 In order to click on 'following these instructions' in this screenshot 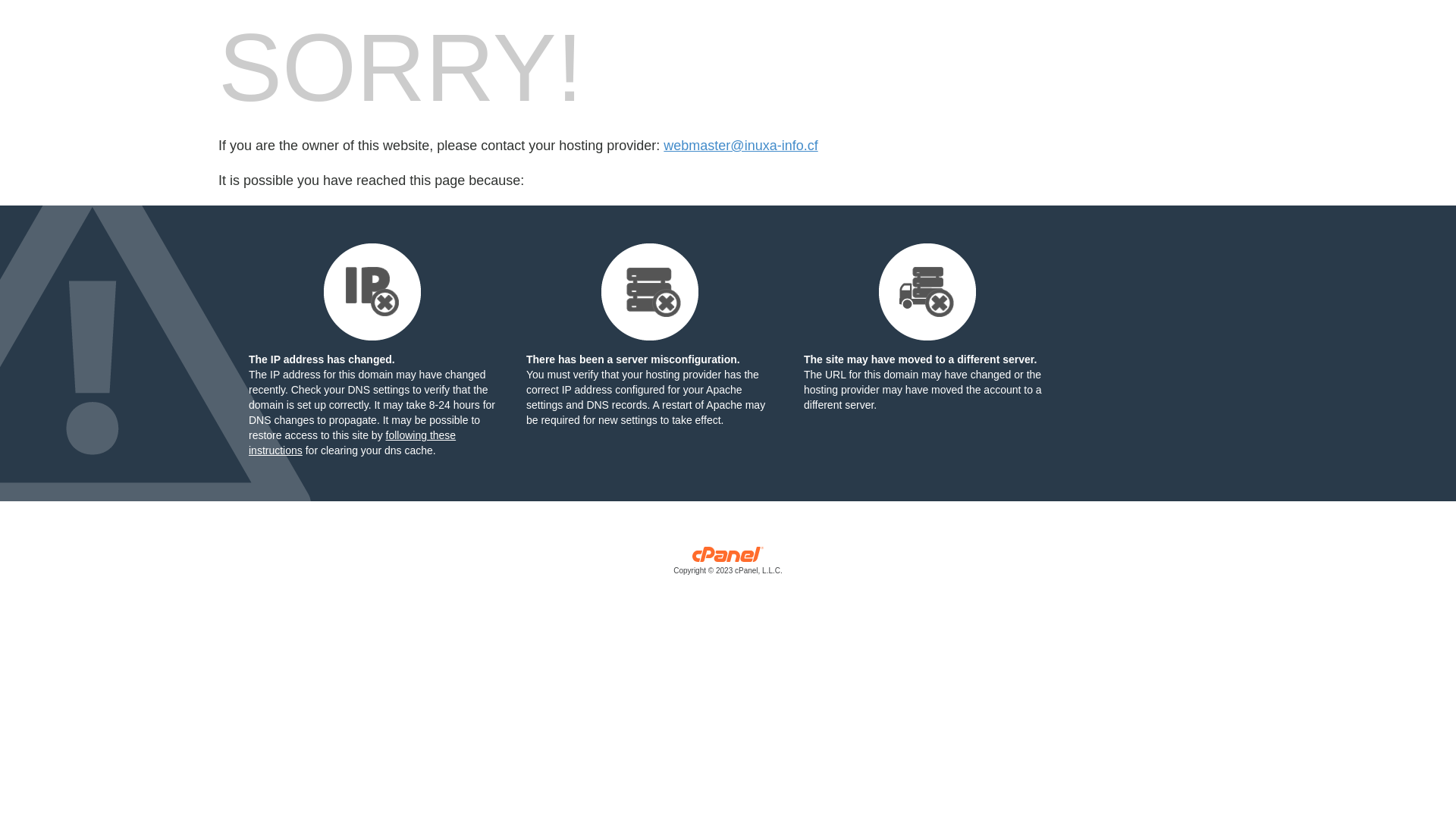, I will do `click(351, 442)`.